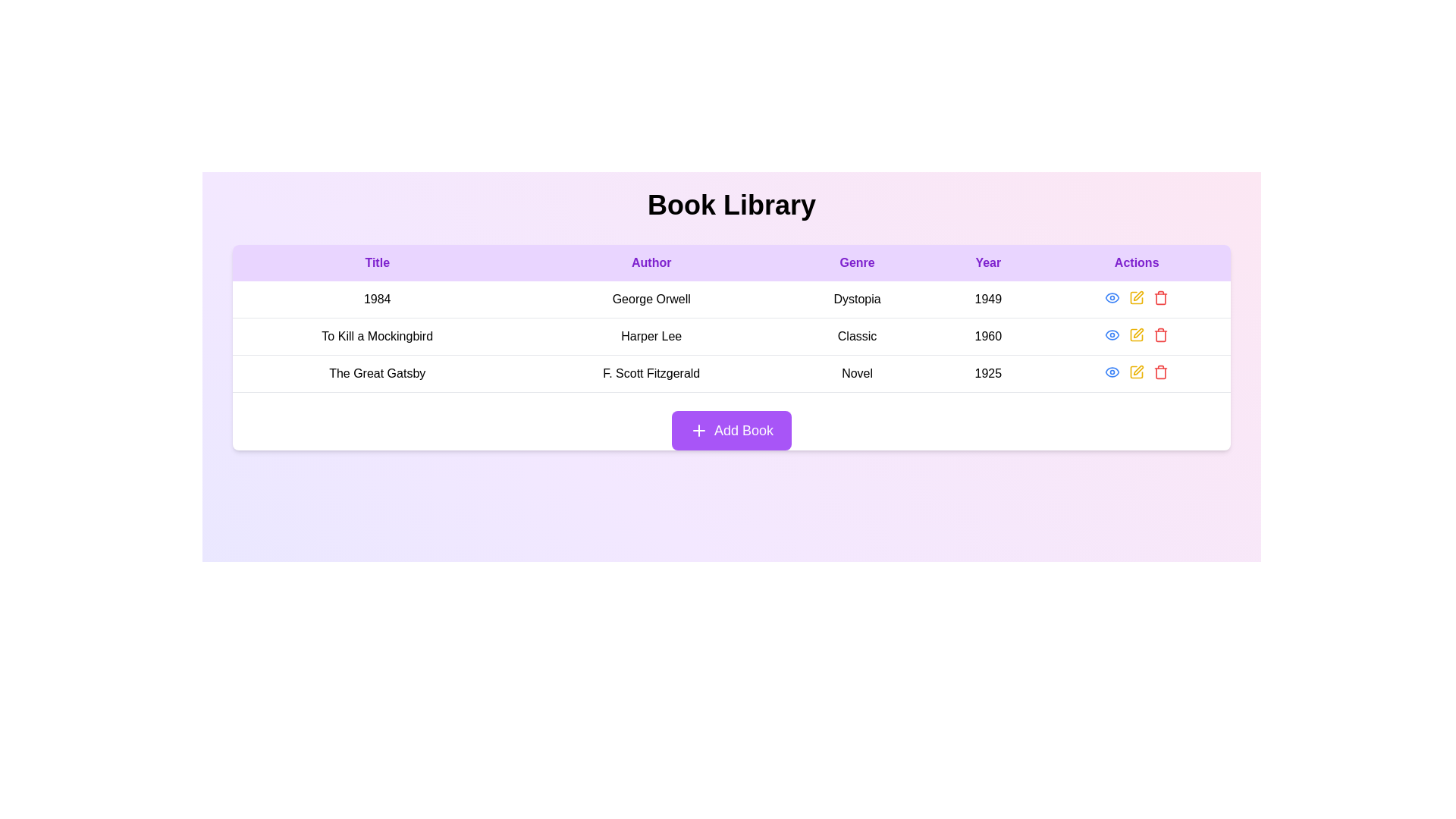 The image size is (1456, 819). I want to click on the 'Genre' column header label in the table, which provides context for the content below it and is centrally positioned between 'Author' and 'Year', so click(857, 262).